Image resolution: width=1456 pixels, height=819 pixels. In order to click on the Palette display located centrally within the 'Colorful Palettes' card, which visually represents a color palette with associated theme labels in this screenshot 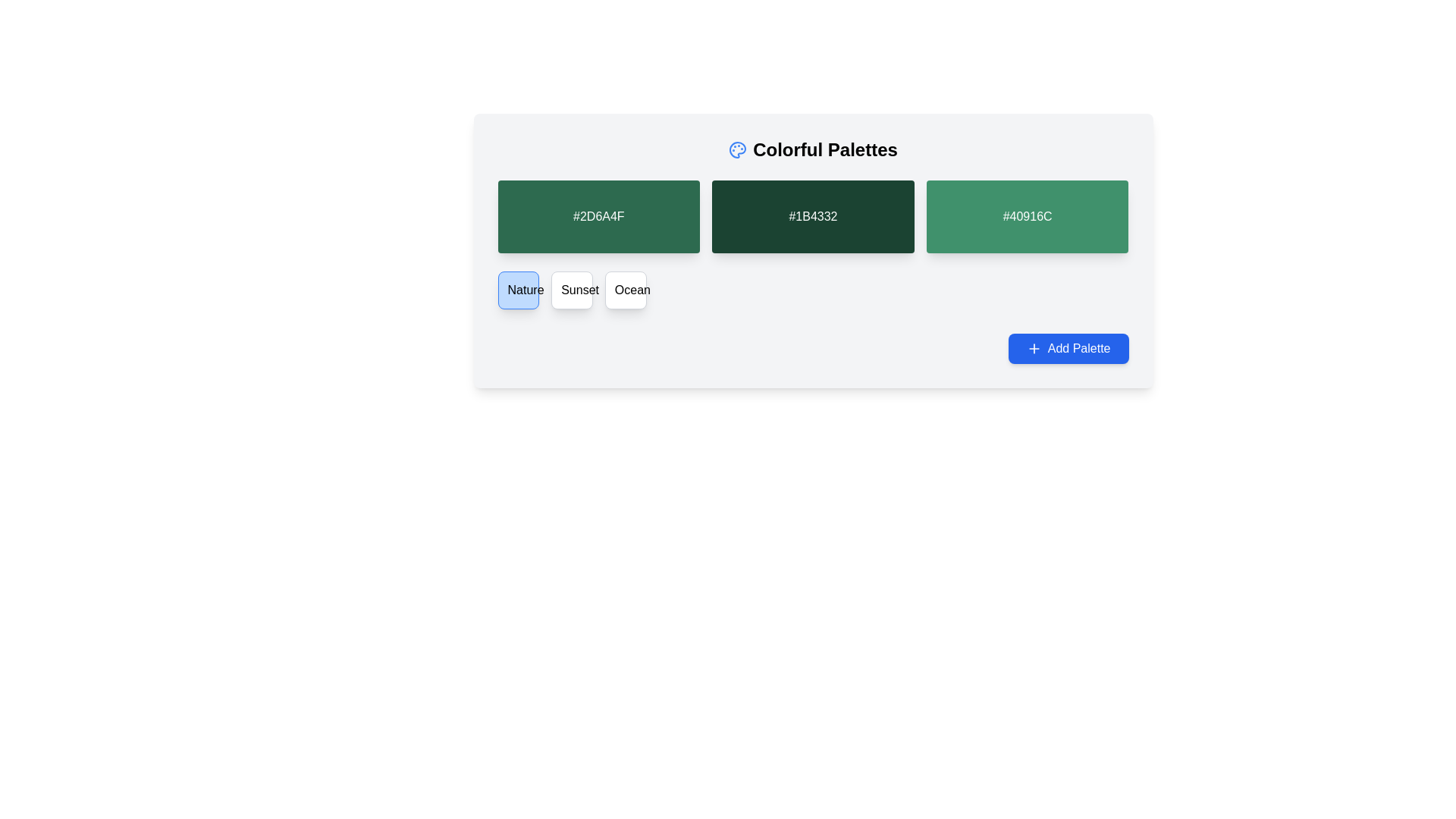, I will do `click(812, 271)`.